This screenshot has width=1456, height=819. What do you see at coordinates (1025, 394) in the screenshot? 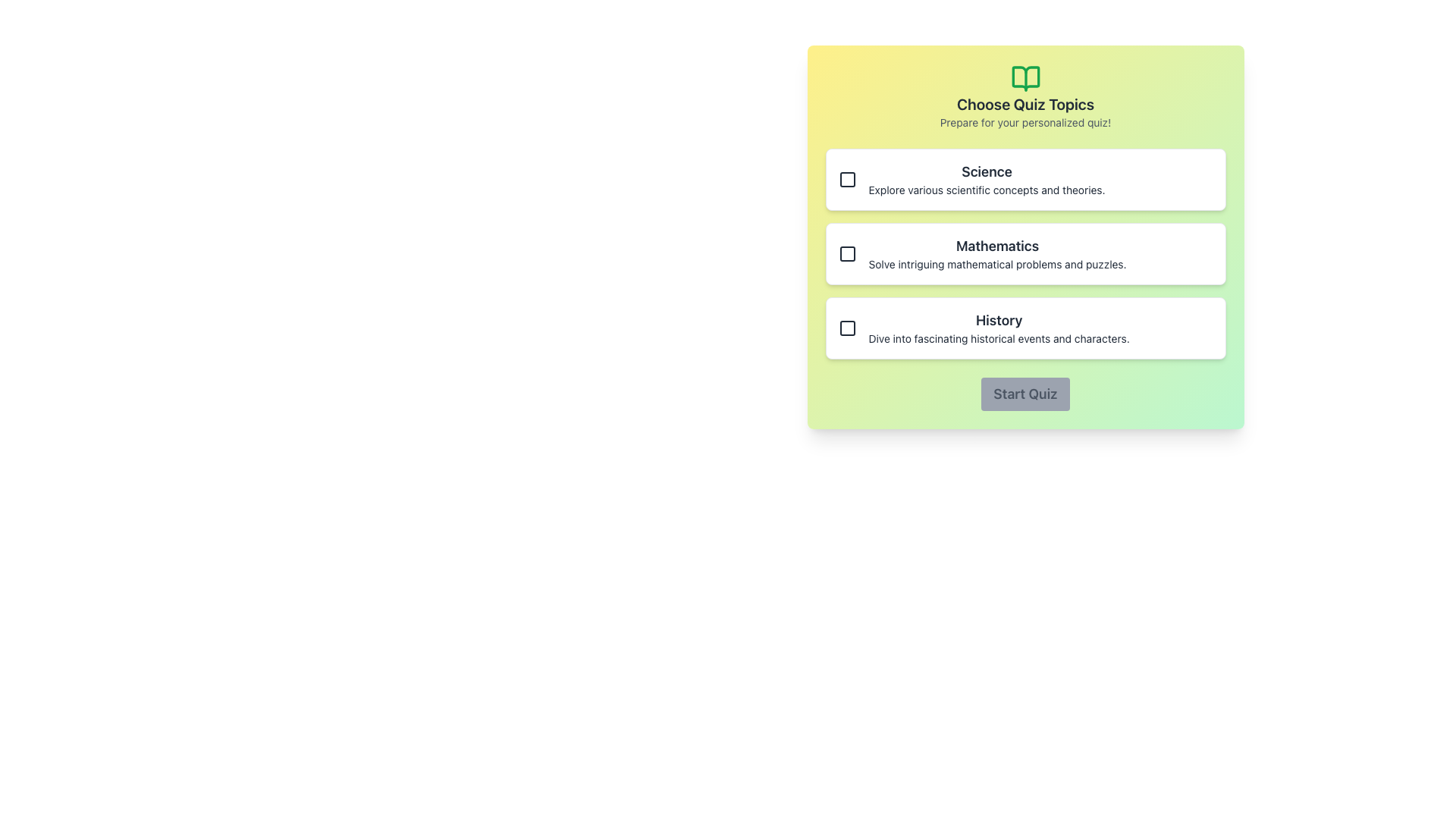
I see `the submit button located at the bottom center of the 'Choose Quiz Topics' panel` at bounding box center [1025, 394].